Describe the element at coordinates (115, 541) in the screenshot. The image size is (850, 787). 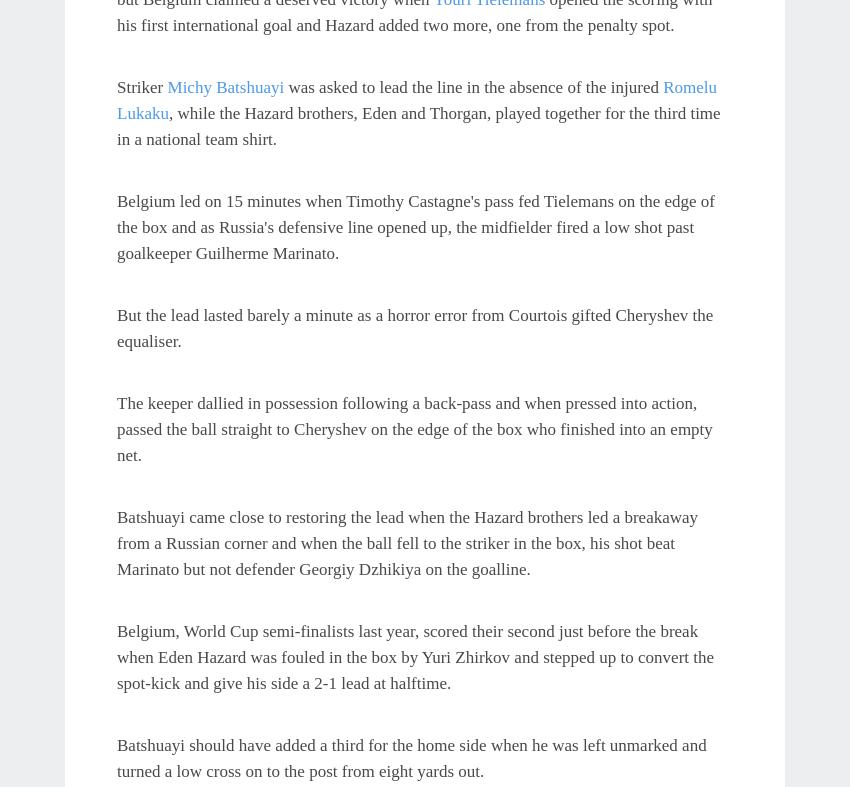
I see `'Batshuayi came close to restoring the lead when the Hazard brothers led a breakaway from a Russian corner and when the ball fell to the striker in the box, his shot beat Marinato but not defender Georgiy Dzhikiya on the goalline.'` at that location.